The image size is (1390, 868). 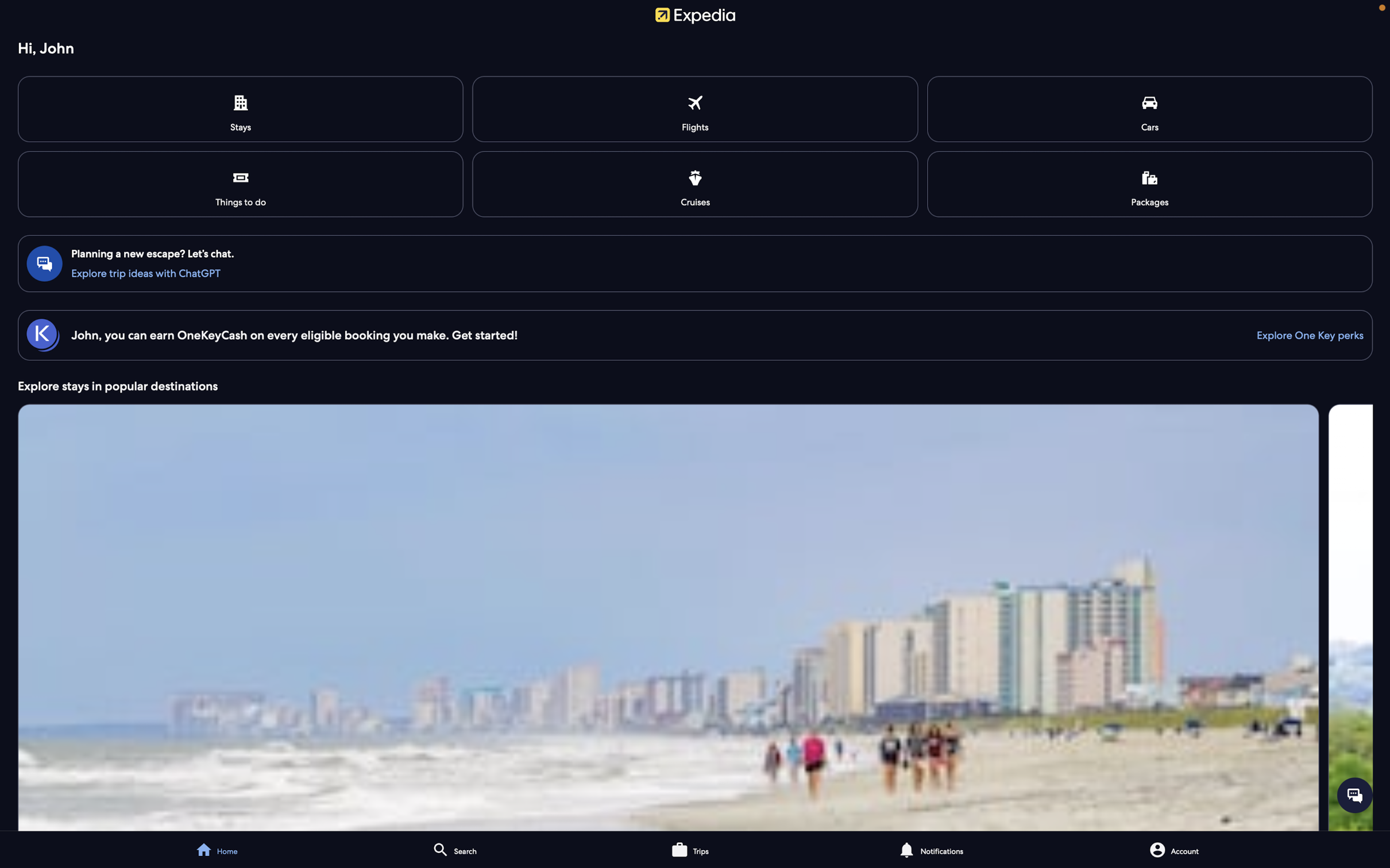 What do you see at coordinates (696, 109) in the screenshot?
I see `Search for a specific flight ABC1234` at bounding box center [696, 109].